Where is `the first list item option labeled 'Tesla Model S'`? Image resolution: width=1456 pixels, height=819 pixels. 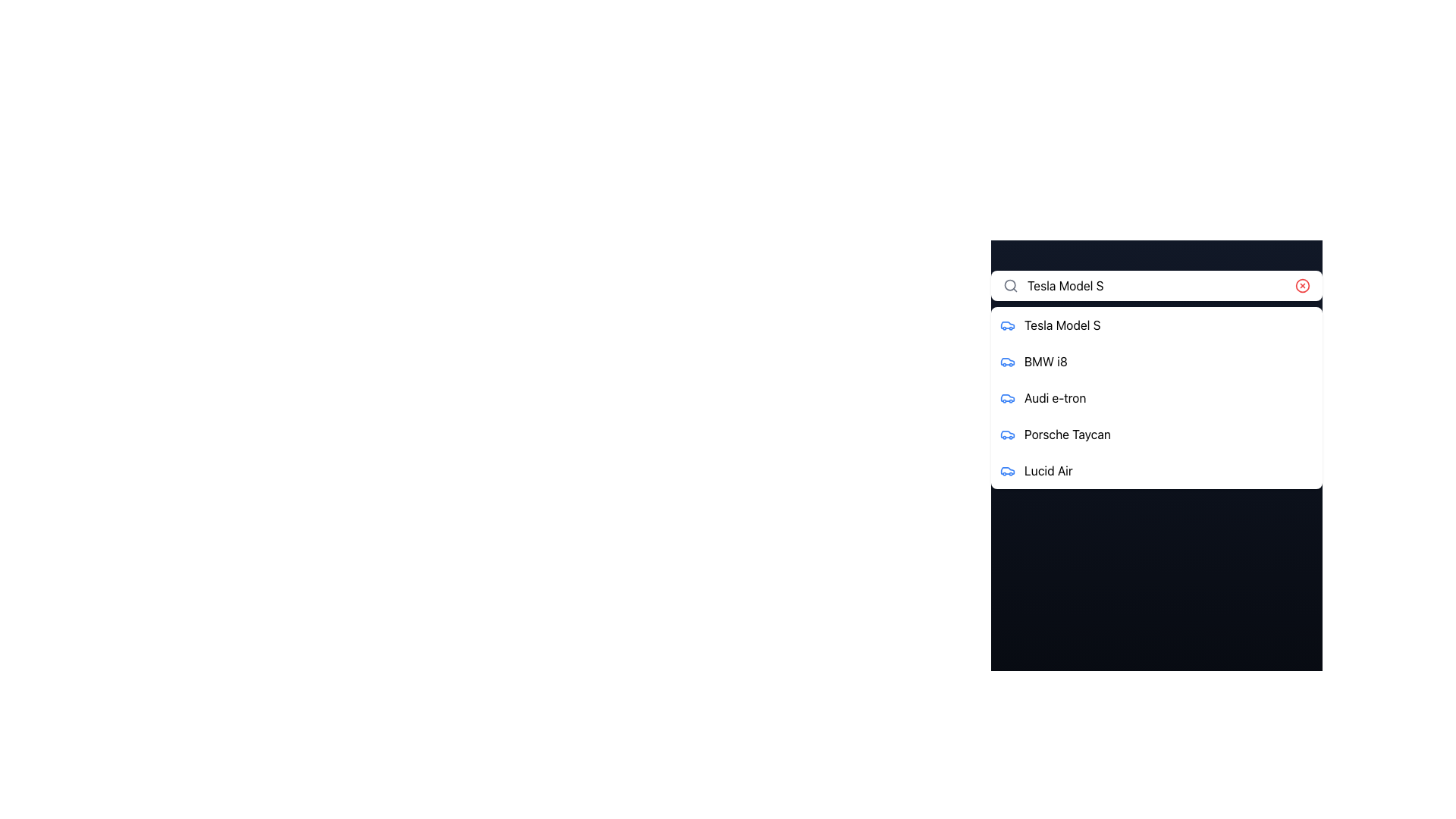 the first list item option labeled 'Tesla Model S' is located at coordinates (1156, 324).